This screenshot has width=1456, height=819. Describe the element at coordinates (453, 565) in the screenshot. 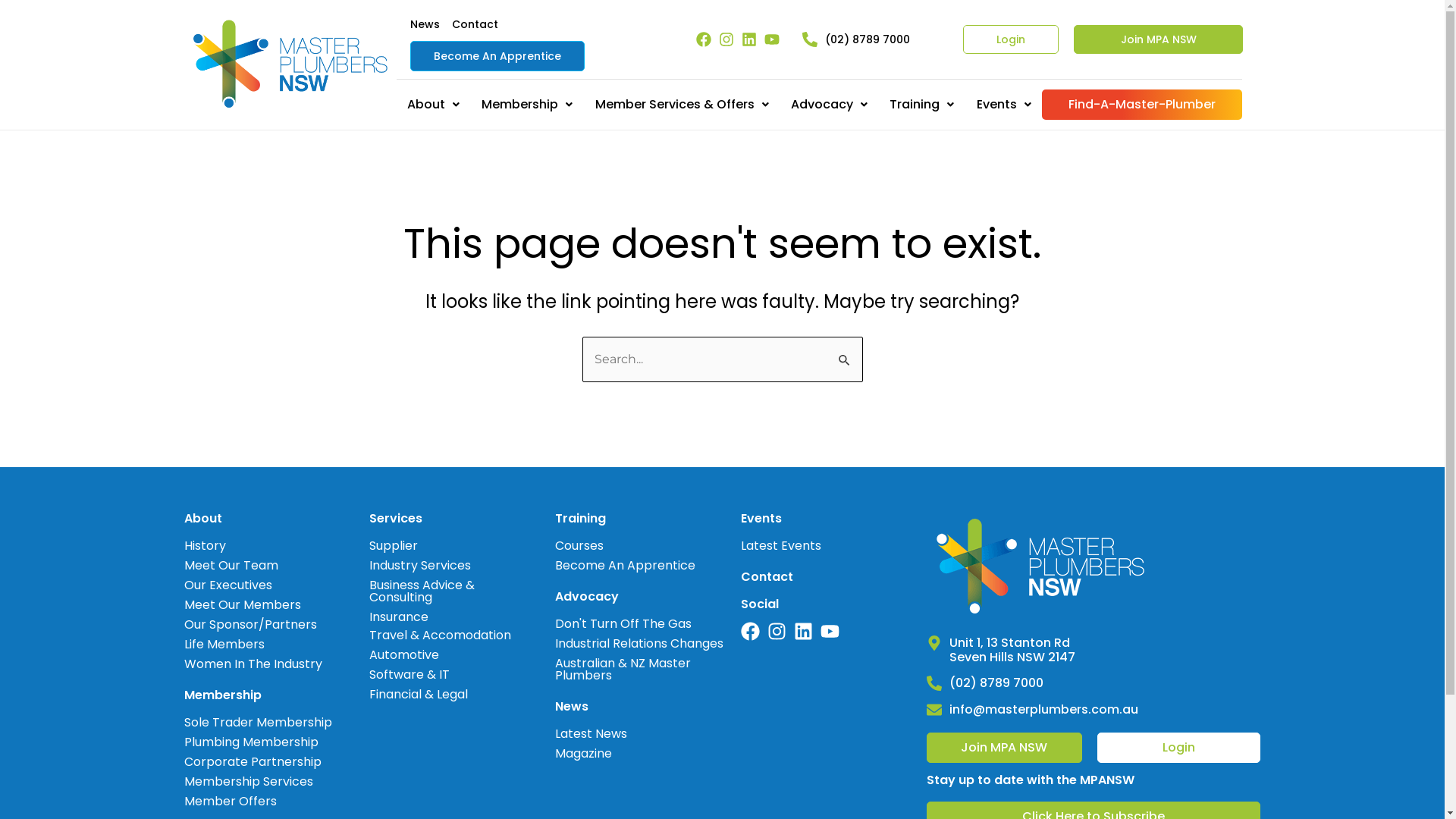

I see `'Industry Services'` at that location.